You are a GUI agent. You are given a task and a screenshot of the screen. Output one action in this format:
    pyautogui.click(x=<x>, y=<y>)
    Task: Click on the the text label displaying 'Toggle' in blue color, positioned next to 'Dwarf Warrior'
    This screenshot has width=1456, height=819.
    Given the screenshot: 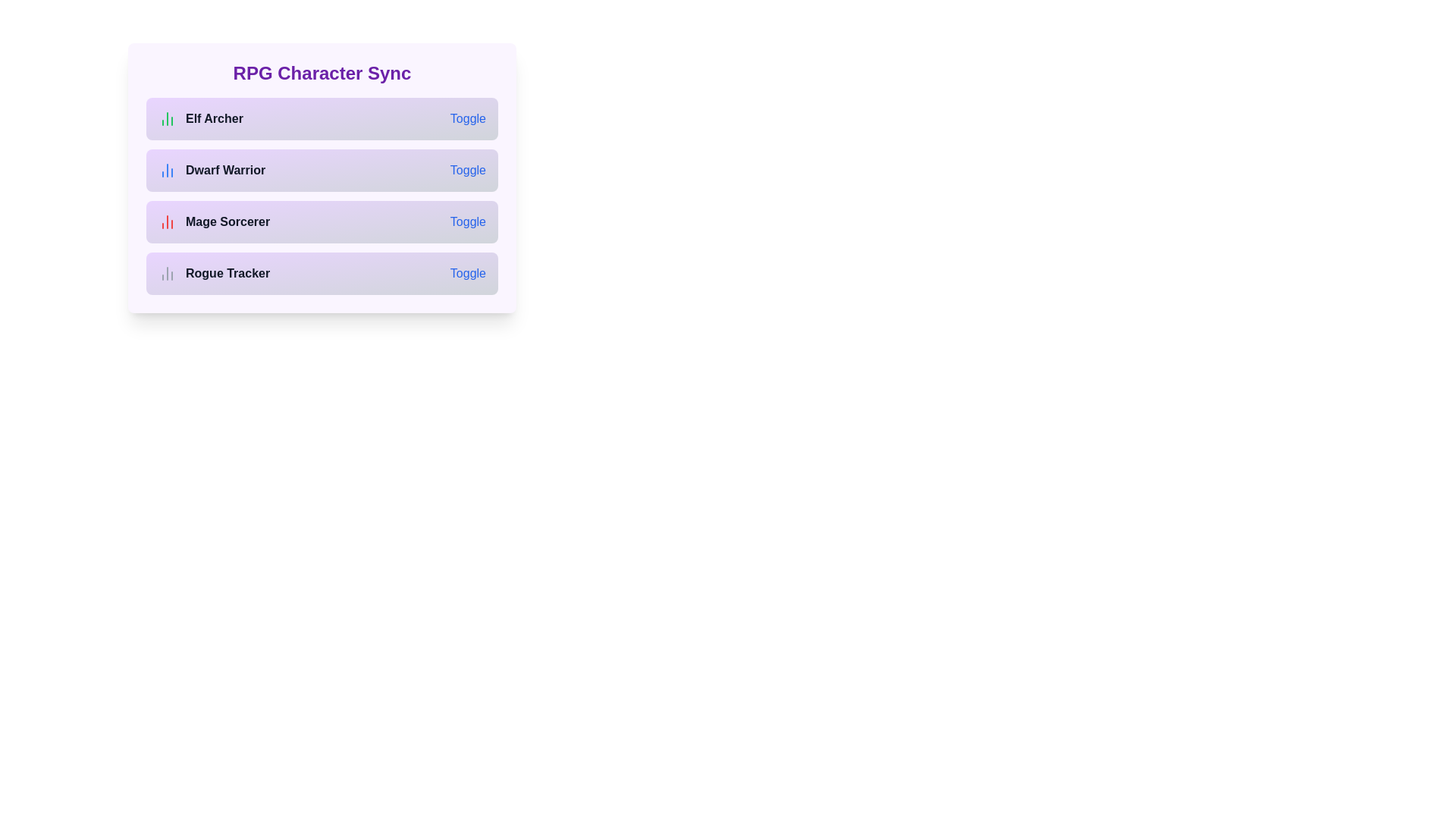 What is the action you would take?
    pyautogui.click(x=467, y=170)
    